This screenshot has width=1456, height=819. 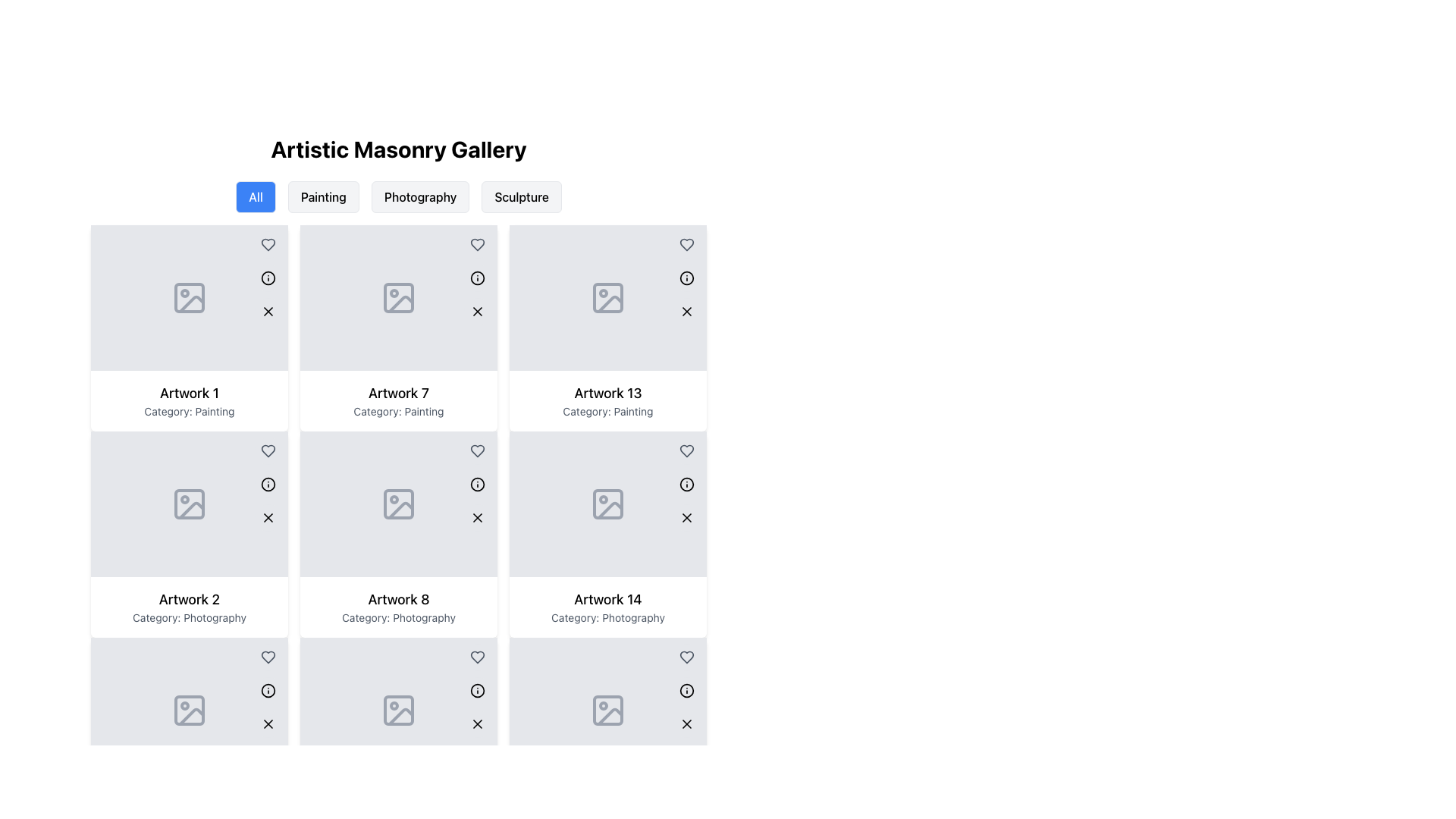 What do you see at coordinates (476, 311) in the screenshot?
I see `the delete button located in the top-right section of the 'Artwork 7' card, which is the third button in a vertical stack of buttons following a heart icon and an information icon` at bounding box center [476, 311].